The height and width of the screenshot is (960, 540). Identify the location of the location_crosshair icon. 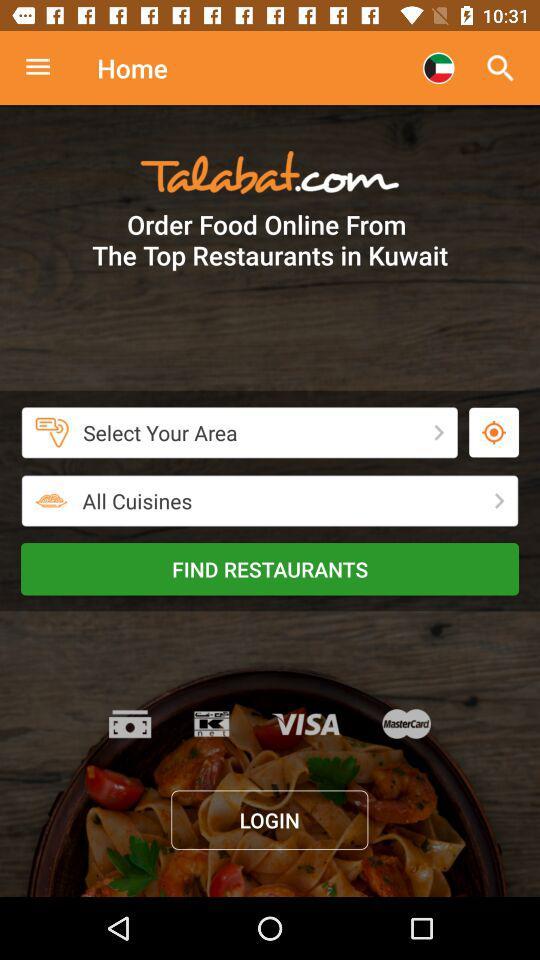
(493, 432).